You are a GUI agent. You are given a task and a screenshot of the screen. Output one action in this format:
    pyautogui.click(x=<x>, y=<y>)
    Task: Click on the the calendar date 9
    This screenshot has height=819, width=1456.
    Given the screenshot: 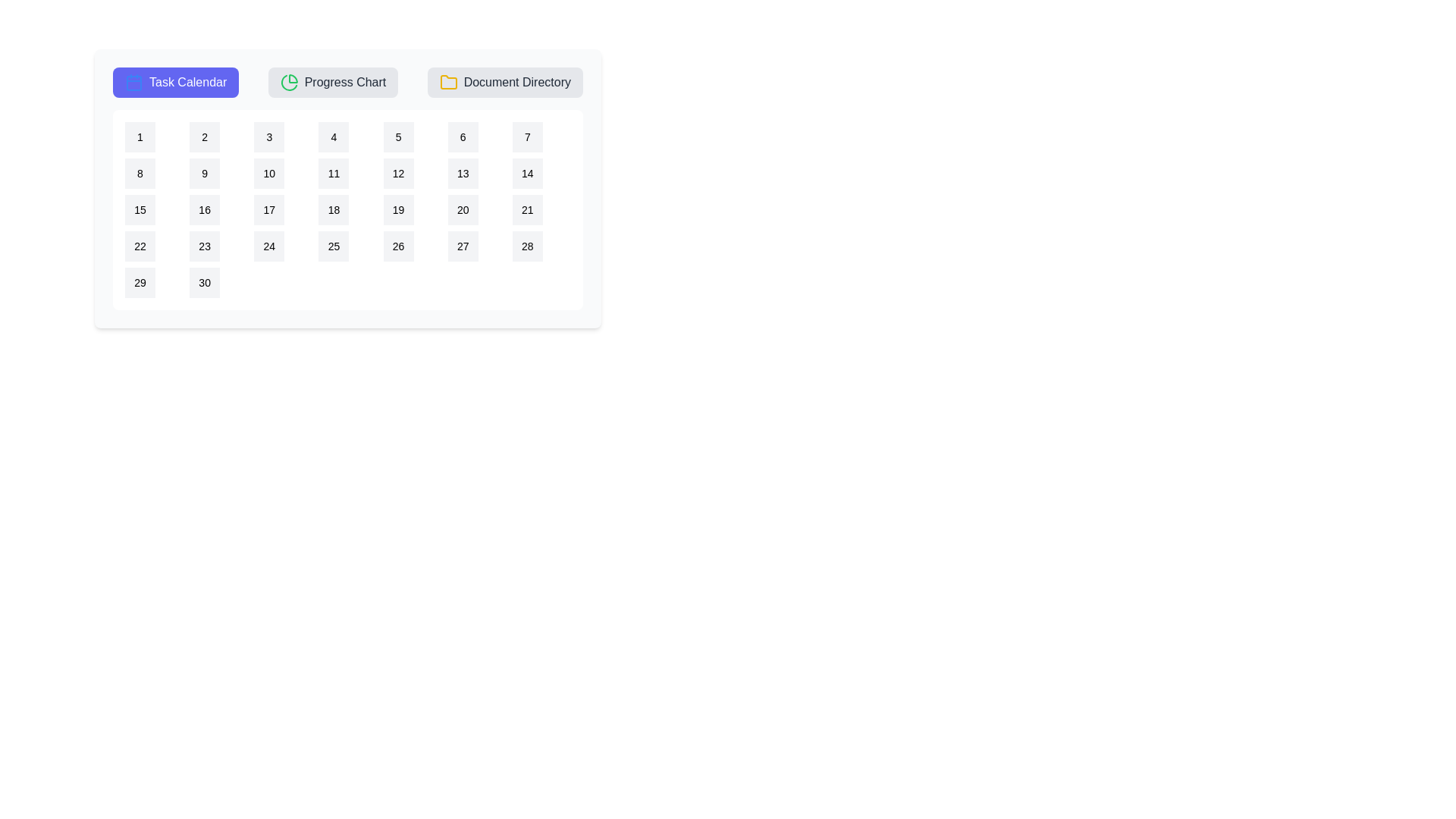 What is the action you would take?
    pyautogui.click(x=203, y=172)
    